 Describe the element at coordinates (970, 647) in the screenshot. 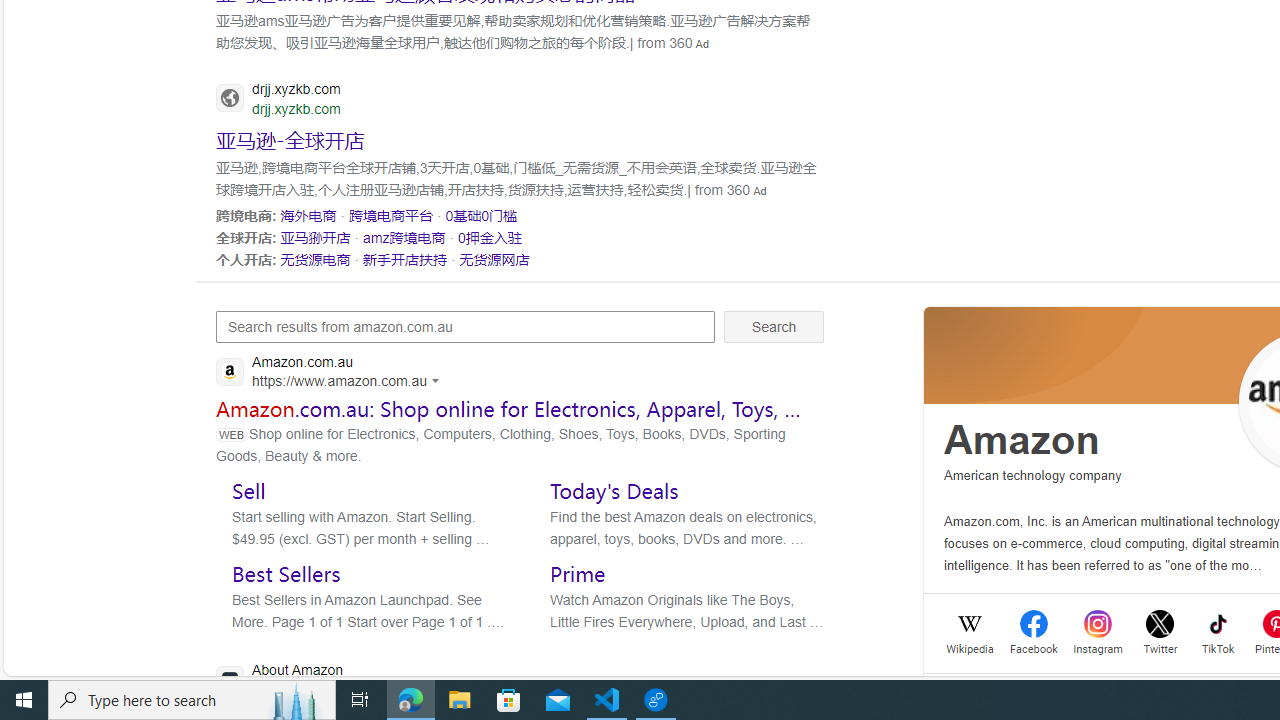

I see `'Wikipedia'` at that location.